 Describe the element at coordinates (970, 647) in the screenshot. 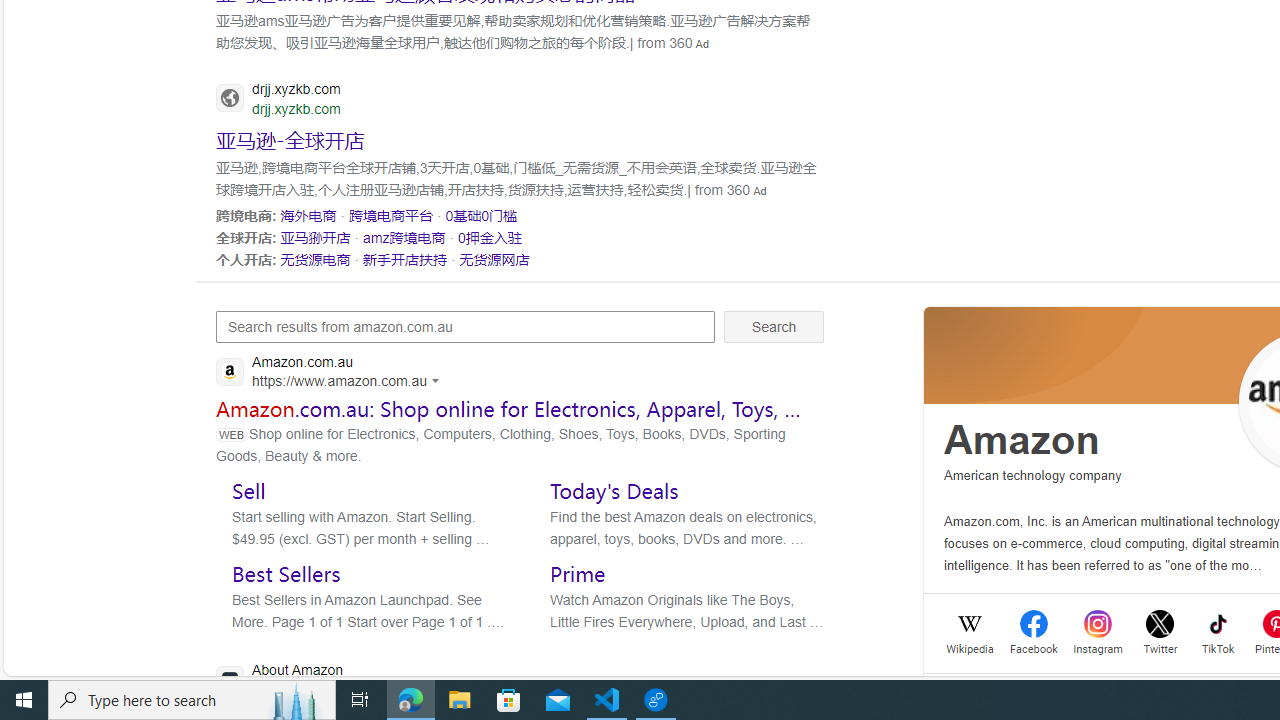

I see `'Wikipedia'` at that location.